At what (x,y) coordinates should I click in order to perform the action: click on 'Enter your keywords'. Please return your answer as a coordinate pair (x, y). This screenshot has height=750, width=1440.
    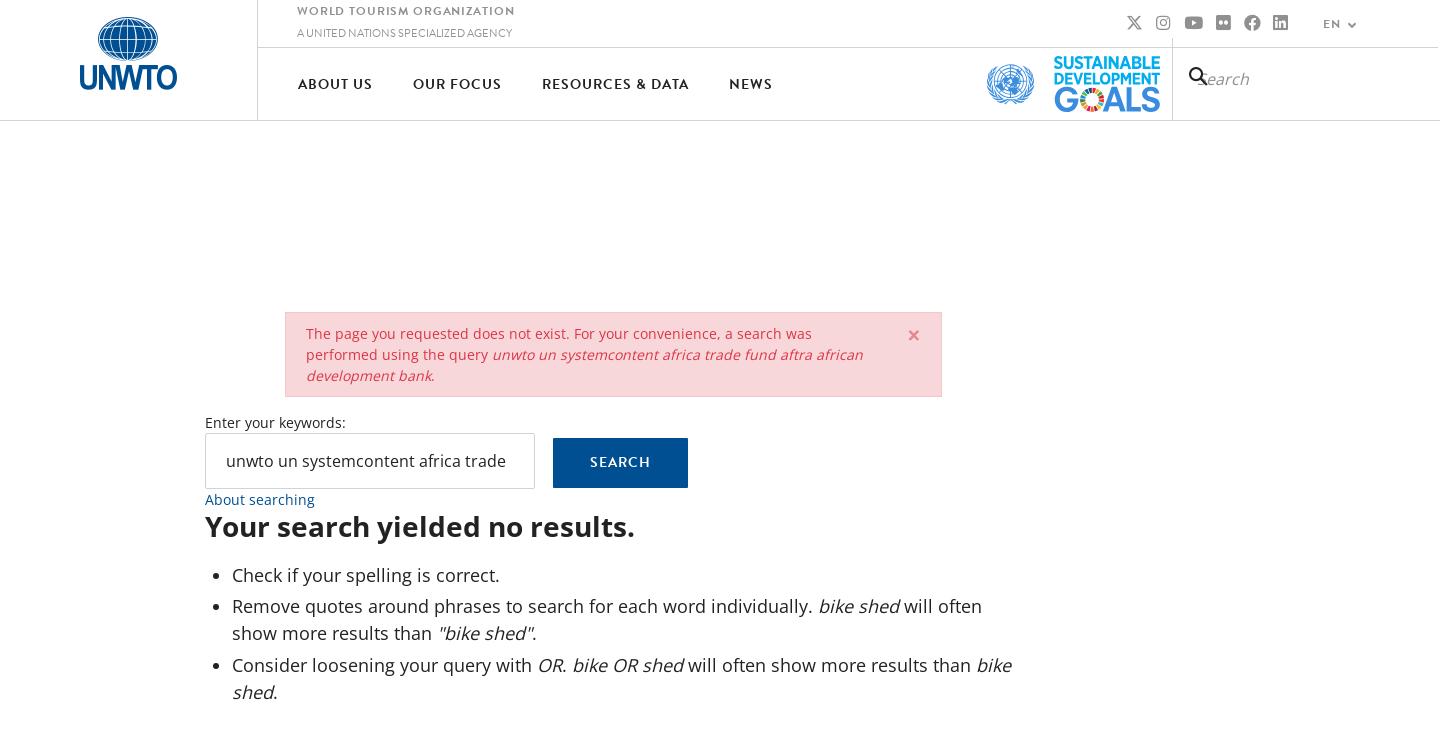
    Looking at the image, I should click on (271, 422).